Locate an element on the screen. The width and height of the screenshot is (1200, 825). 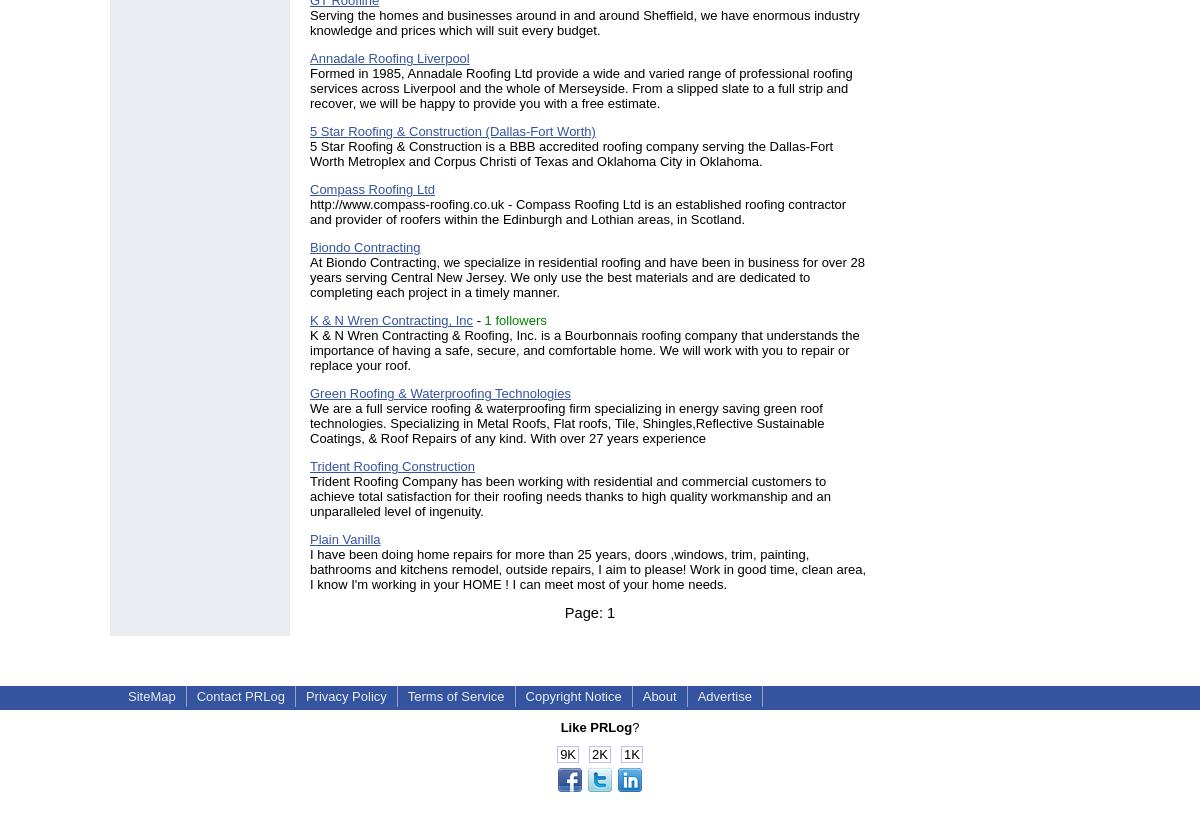
'5 Star Roofing & Construction (Dallas-Fort Worth)' is located at coordinates (309, 130).